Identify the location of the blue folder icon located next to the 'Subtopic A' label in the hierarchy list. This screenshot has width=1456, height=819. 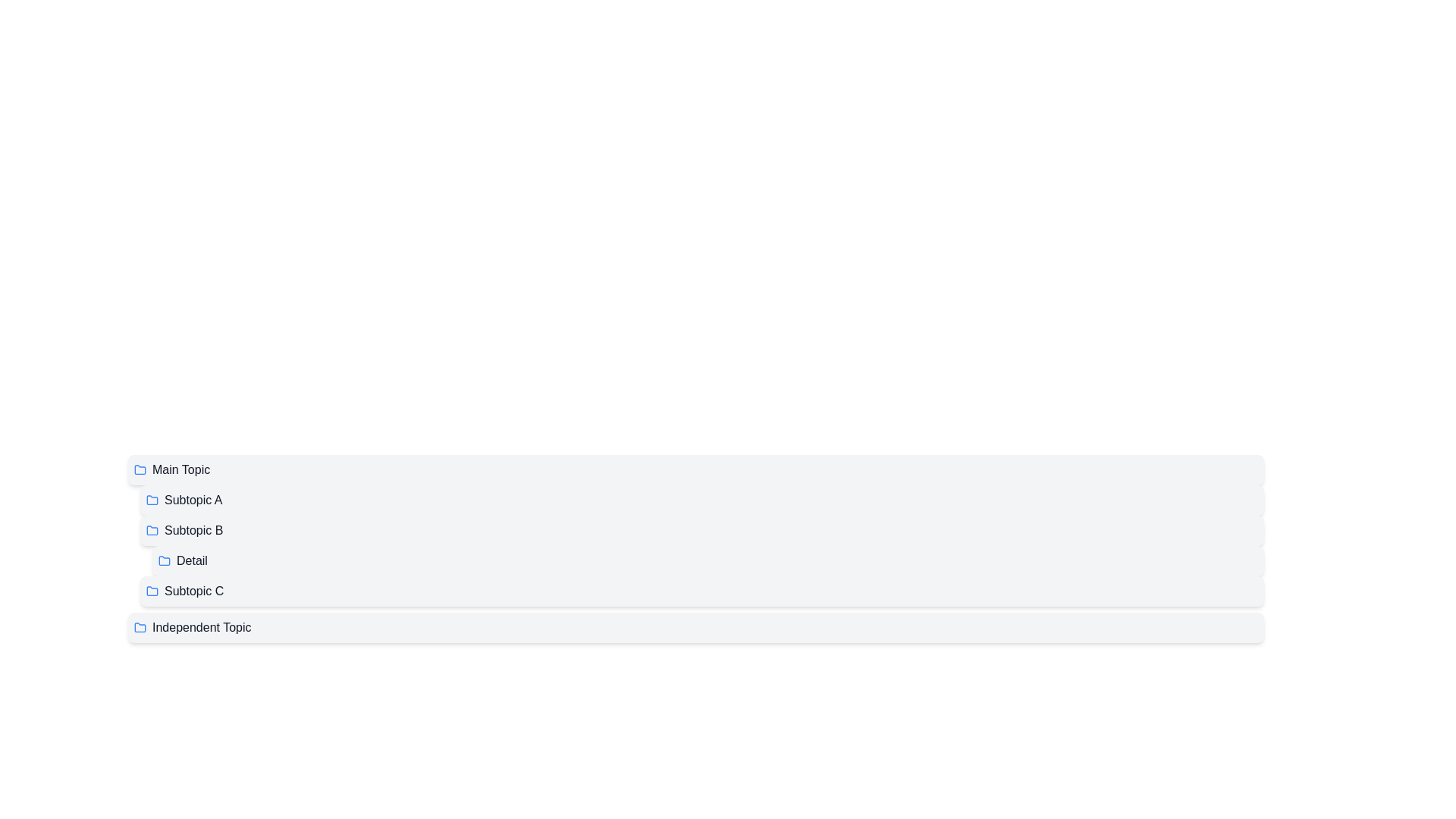
(152, 500).